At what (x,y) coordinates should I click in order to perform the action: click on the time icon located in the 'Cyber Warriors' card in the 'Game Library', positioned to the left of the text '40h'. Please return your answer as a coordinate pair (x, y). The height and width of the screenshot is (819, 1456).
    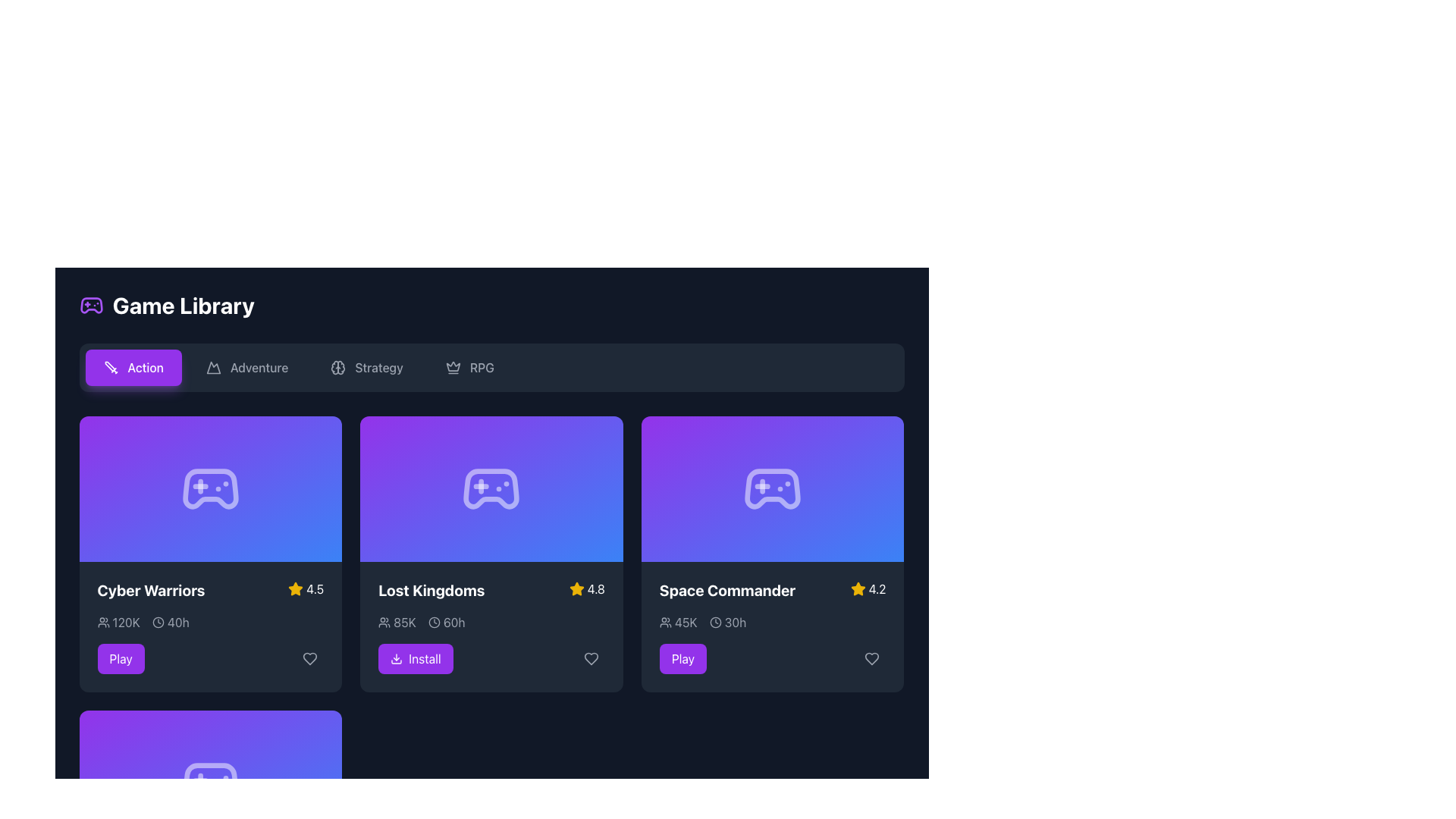
    Looking at the image, I should click on (158, 623).